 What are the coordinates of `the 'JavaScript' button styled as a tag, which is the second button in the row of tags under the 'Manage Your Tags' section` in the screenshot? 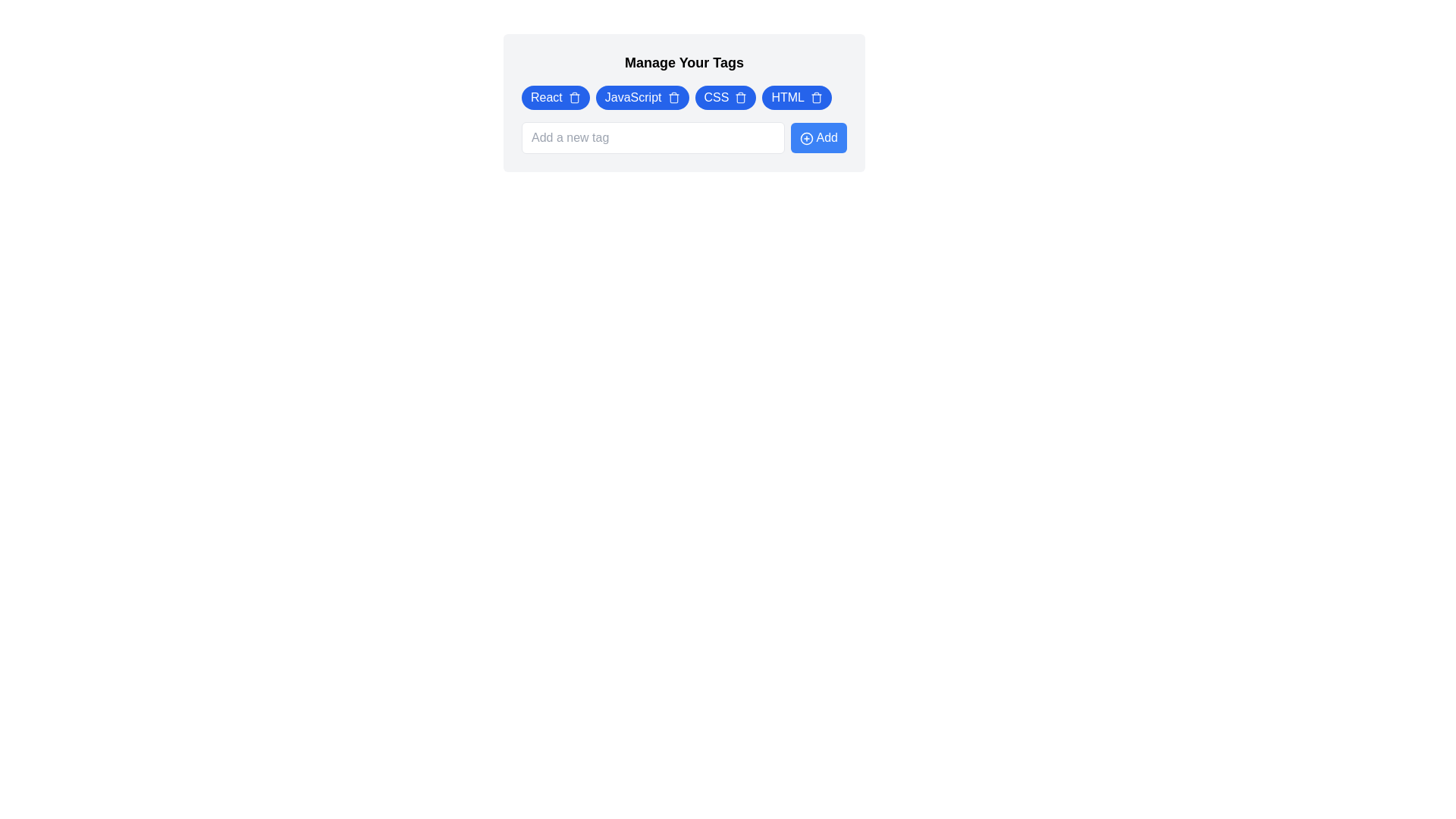 It's located at (642, 97).